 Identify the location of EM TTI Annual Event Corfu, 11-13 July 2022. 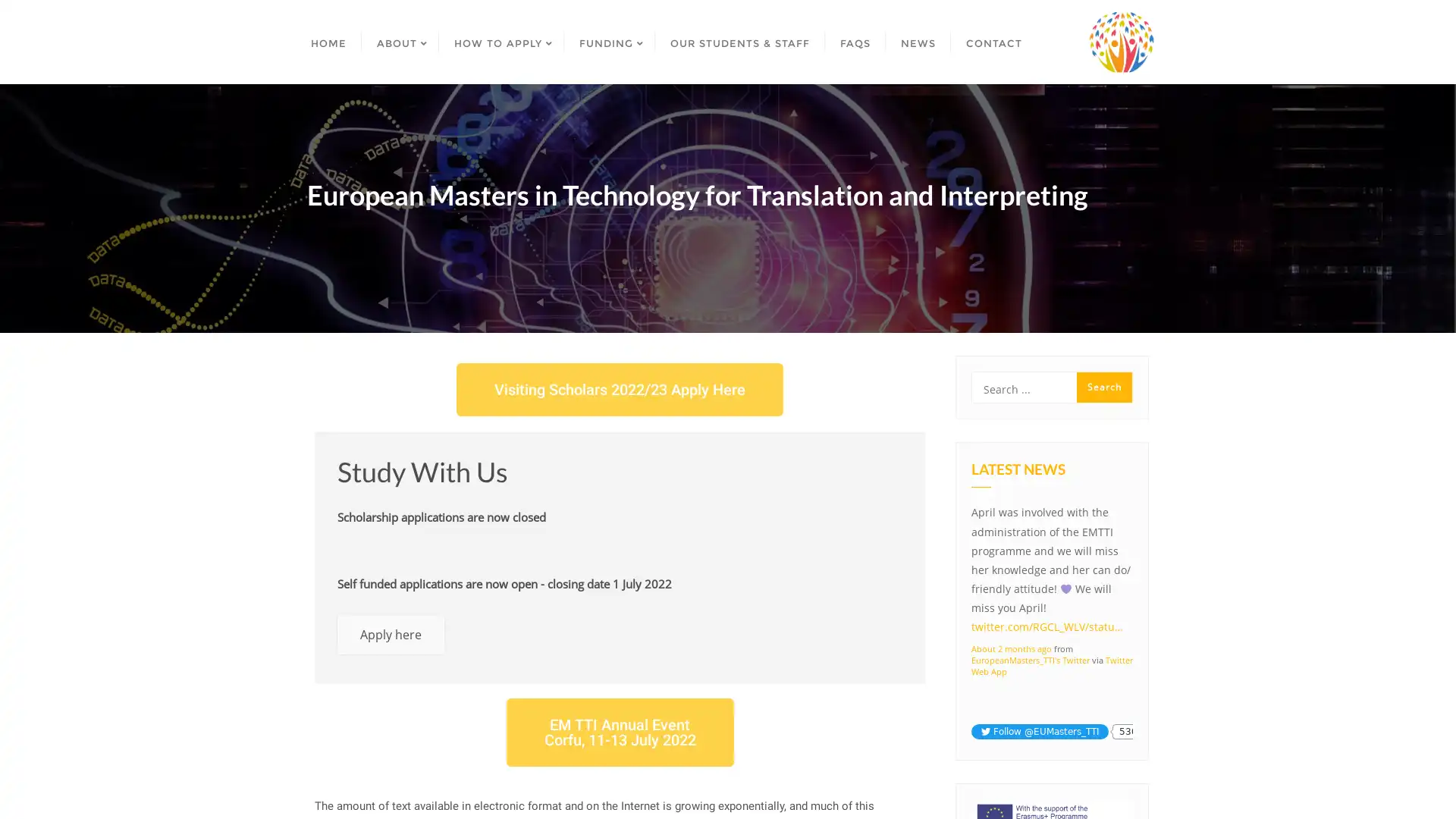
(619, 731).